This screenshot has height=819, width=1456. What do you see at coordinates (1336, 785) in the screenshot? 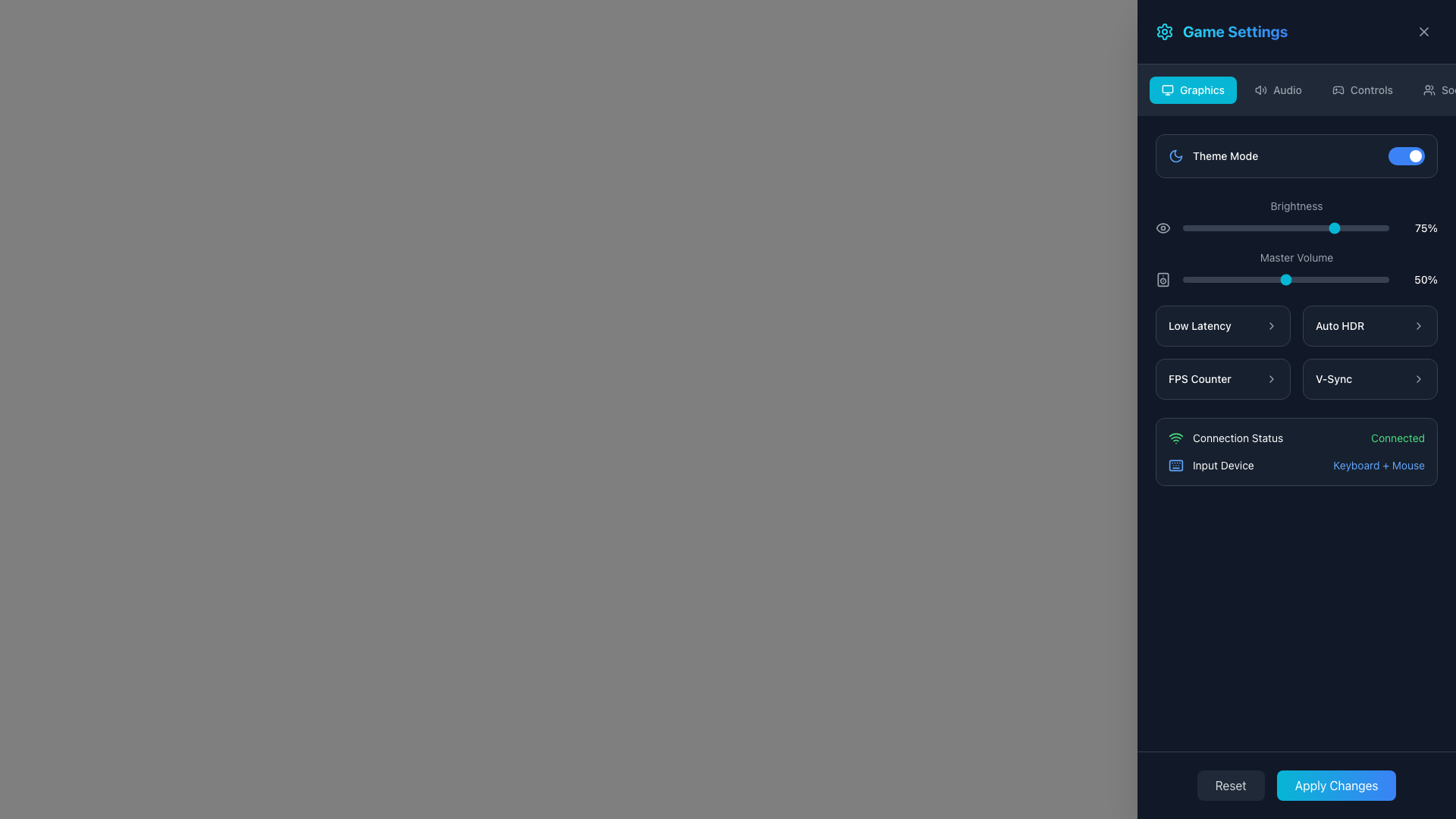
I see `the button located at the bottom-right section of the interface` at bounding box center [1336, 785].